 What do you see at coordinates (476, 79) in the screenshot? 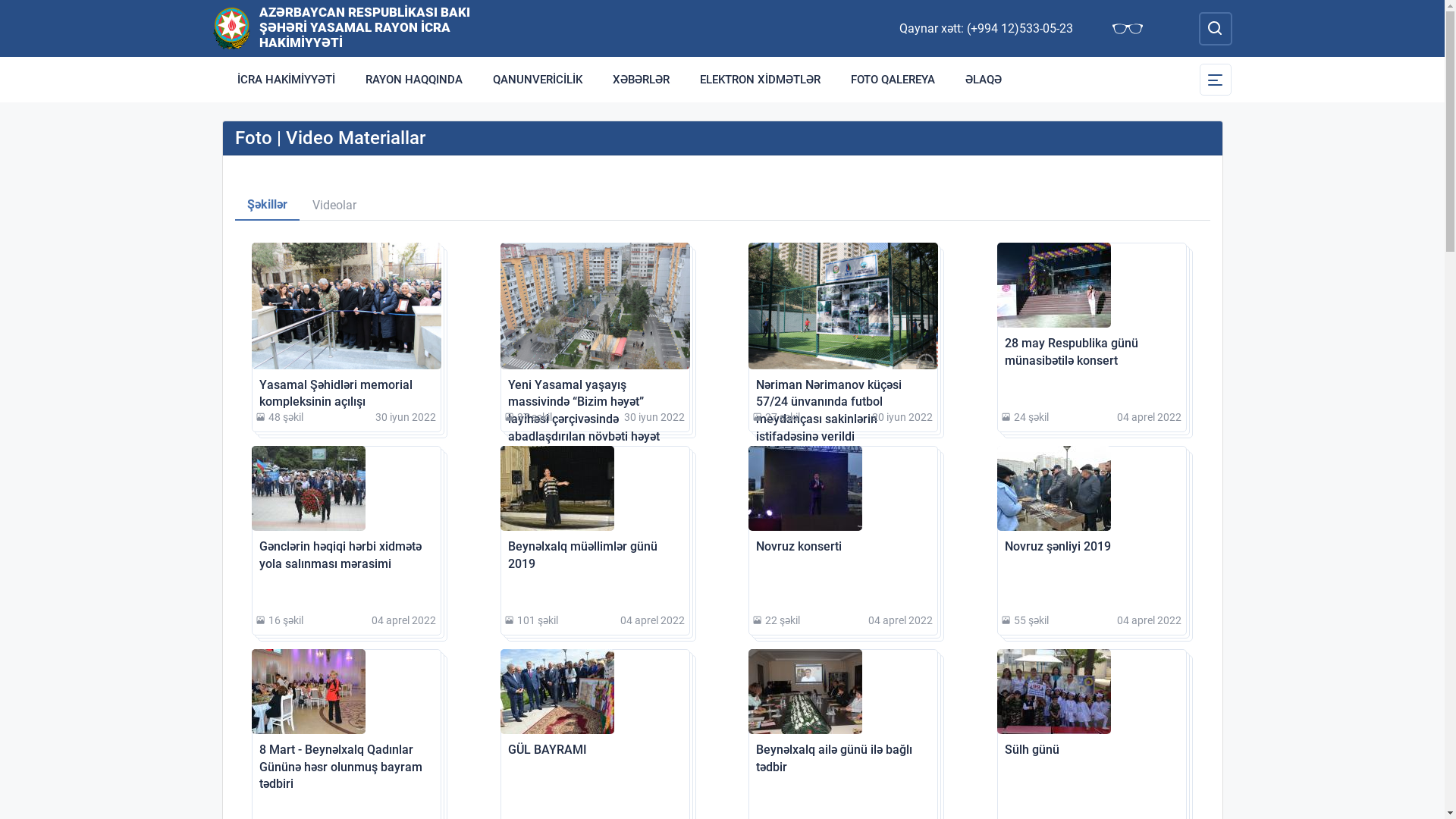
I see `'QANUNVERICILIK'` at bounding box center [476, 79].